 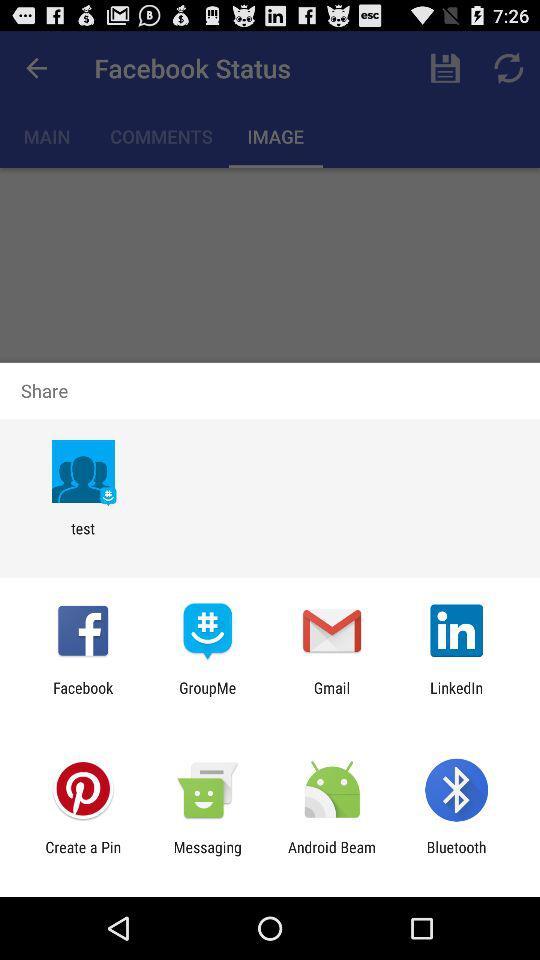 What do you see at coordinates (332, 696) in the screenshot?
I see `the item next to linkedin item` at bounding box center [332, 696].